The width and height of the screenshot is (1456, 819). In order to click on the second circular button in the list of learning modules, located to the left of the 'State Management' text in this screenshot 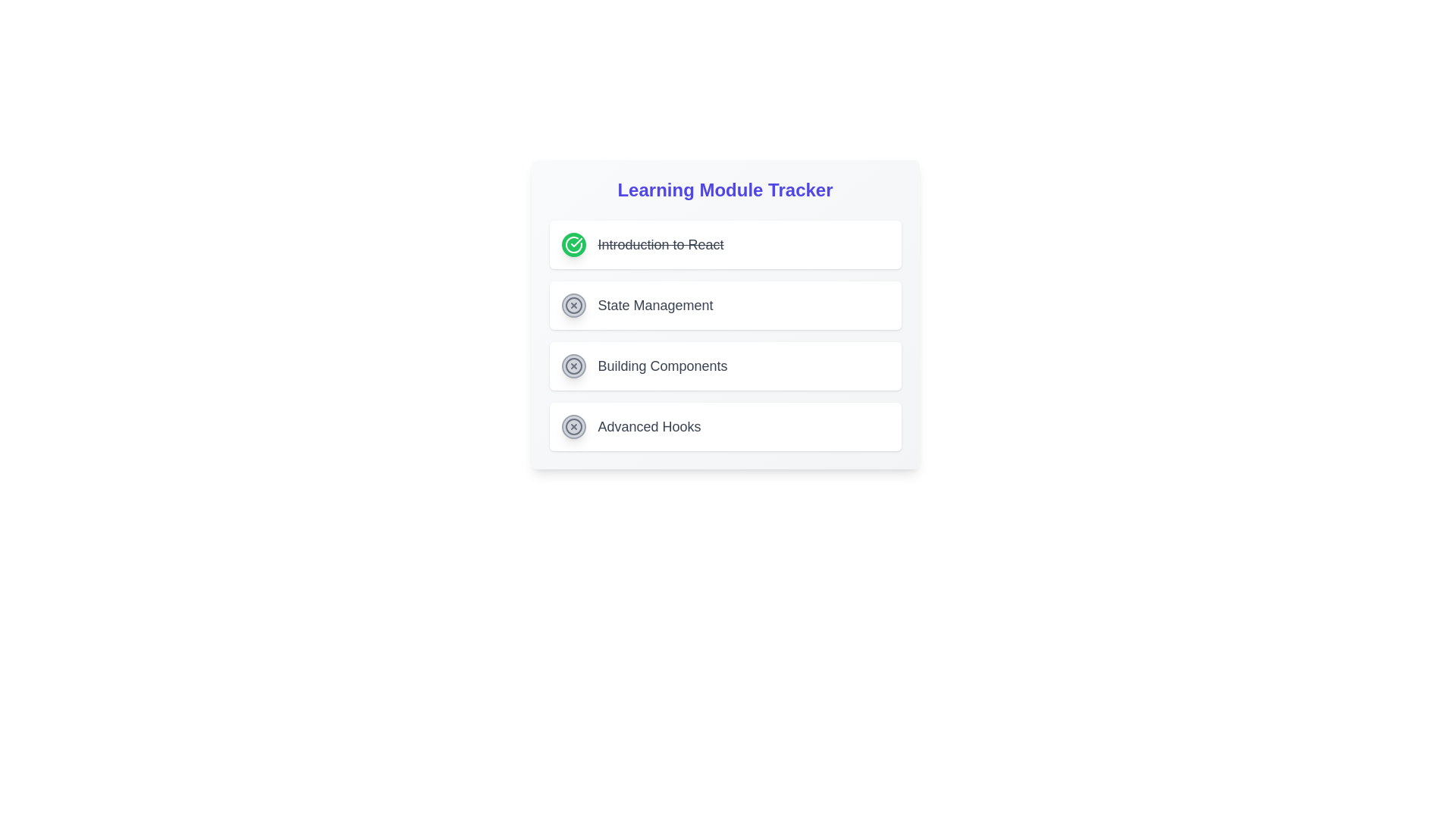, I will do `click(573, 305)`.